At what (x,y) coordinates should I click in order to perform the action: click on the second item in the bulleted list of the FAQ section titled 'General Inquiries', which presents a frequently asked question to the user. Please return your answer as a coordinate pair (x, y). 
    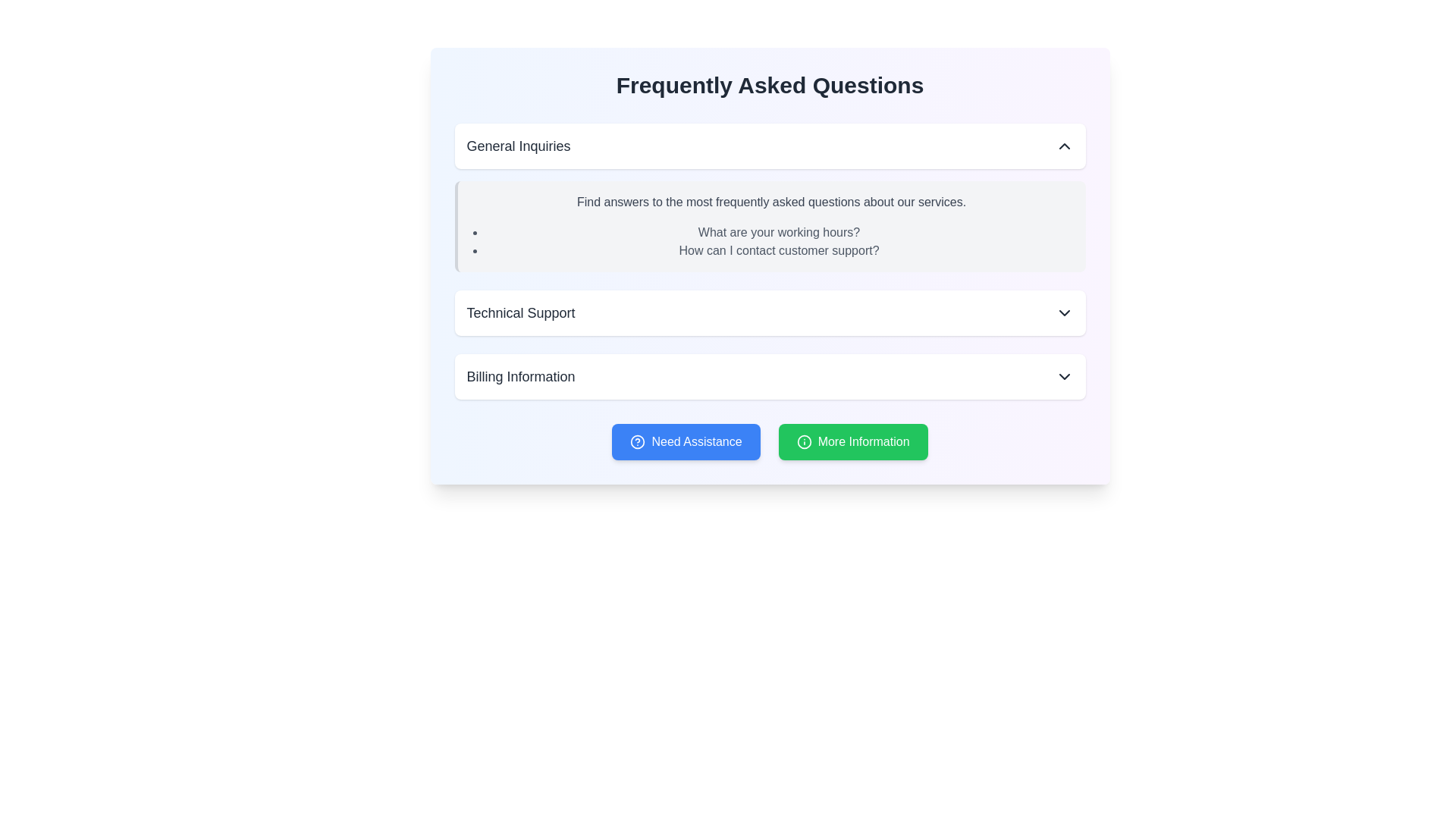
    Looking at the image, I should click on (779, 250).